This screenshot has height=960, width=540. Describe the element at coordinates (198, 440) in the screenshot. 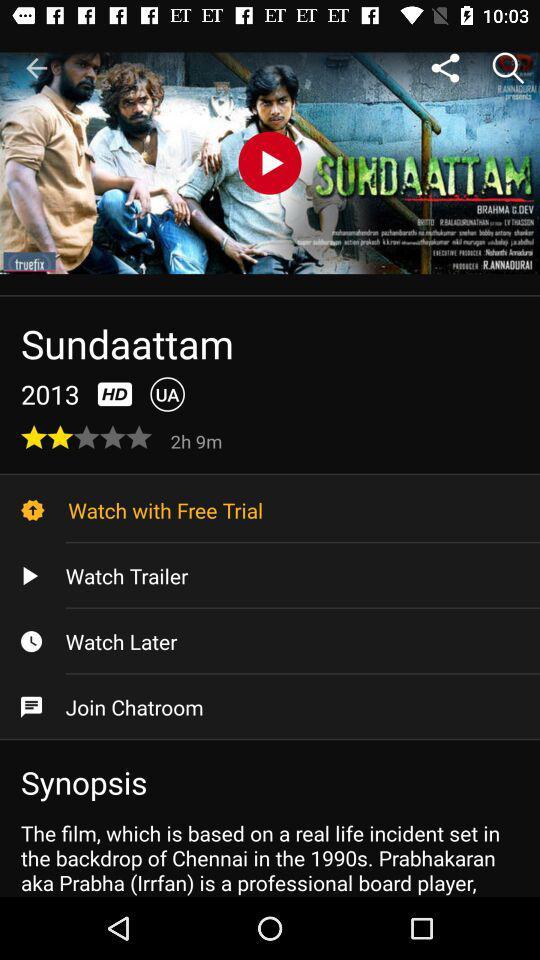

I see `icon below the ua item` at that location.